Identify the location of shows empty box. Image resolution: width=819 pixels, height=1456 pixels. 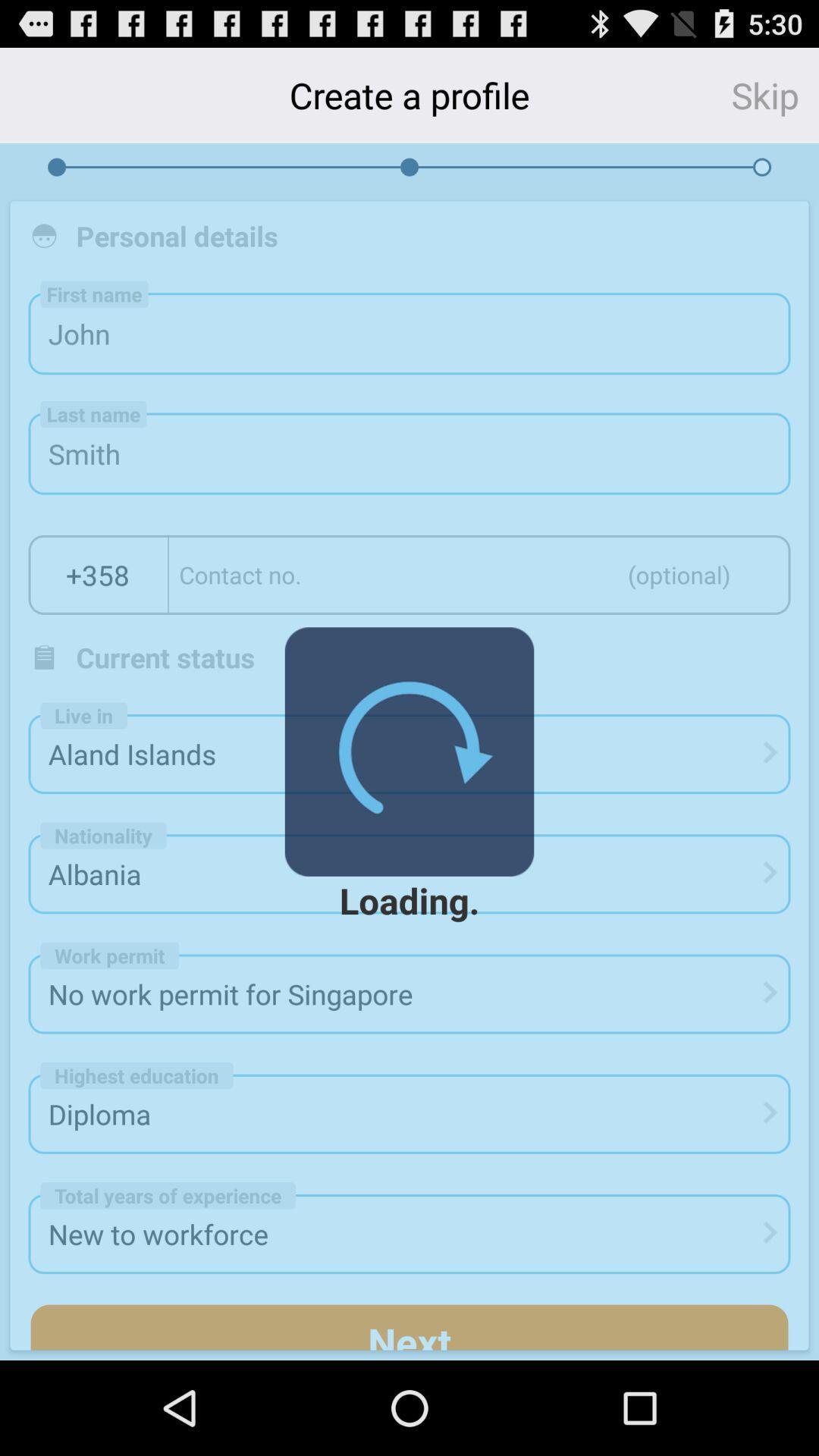
(479, 574).